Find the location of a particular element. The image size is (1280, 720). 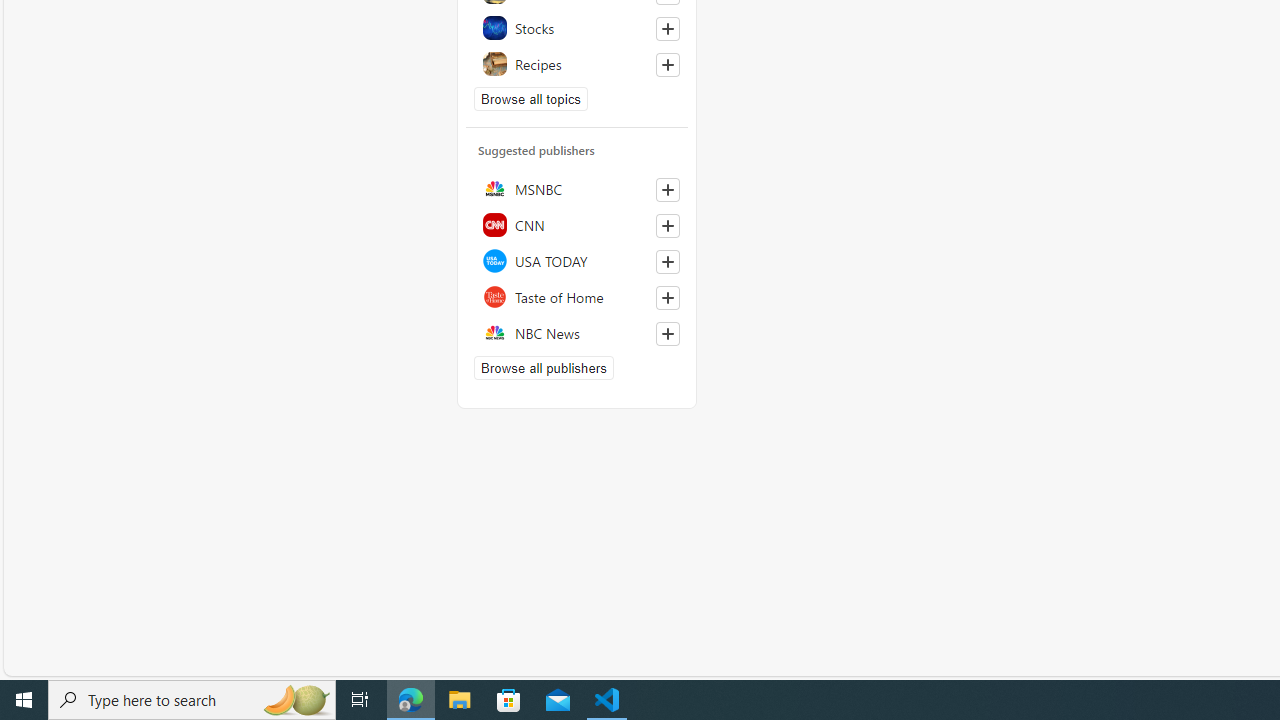

'MSNBC' is located at coordinates (576, 189).